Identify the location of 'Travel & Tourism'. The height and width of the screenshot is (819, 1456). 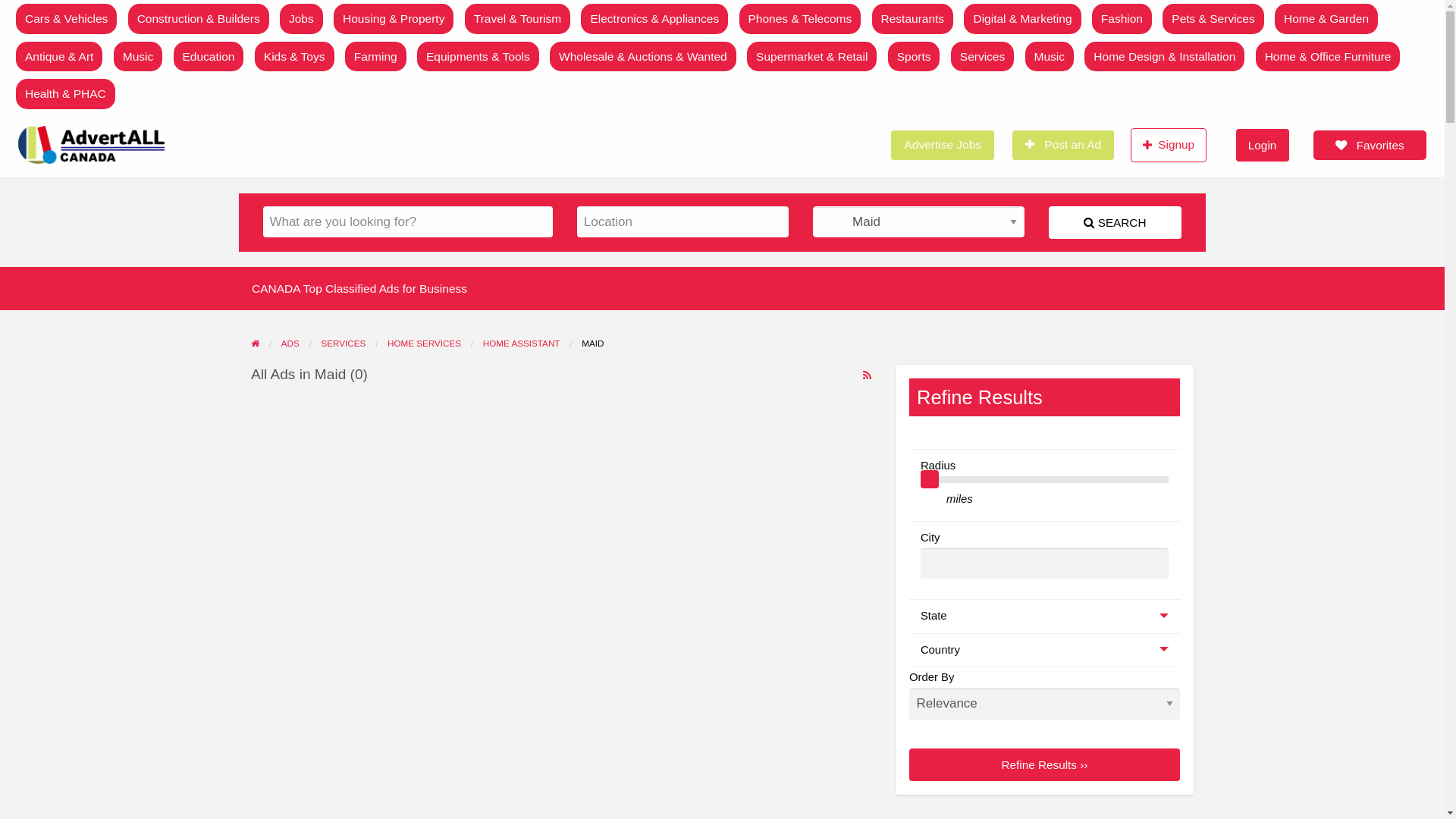
(517, 18).